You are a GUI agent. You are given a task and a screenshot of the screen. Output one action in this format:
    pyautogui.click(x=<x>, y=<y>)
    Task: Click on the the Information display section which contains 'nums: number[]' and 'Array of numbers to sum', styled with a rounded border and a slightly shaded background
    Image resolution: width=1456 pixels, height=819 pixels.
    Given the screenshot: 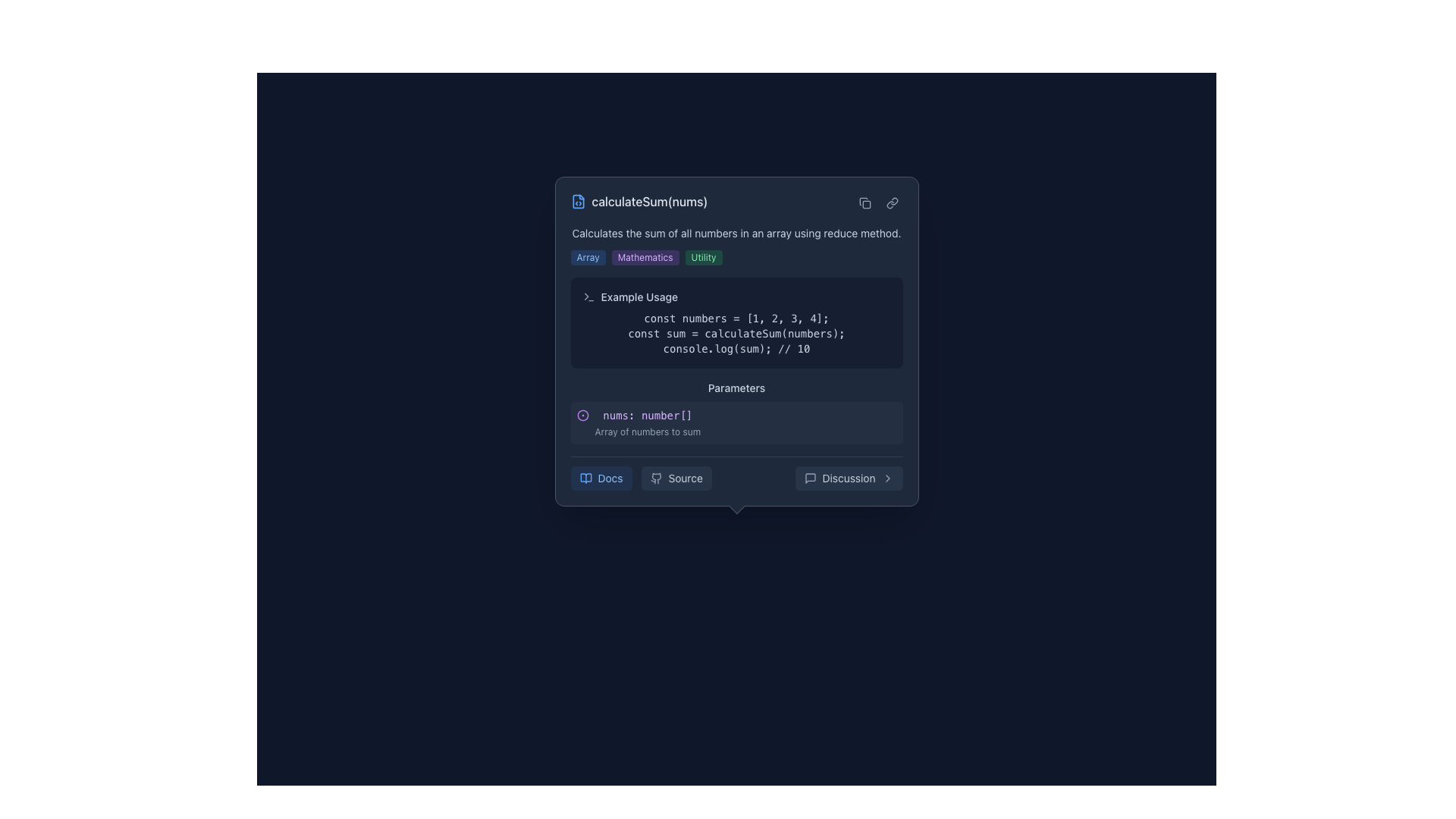 What is the action you would take?
    pyautogui.click(x=736, y=423)
    